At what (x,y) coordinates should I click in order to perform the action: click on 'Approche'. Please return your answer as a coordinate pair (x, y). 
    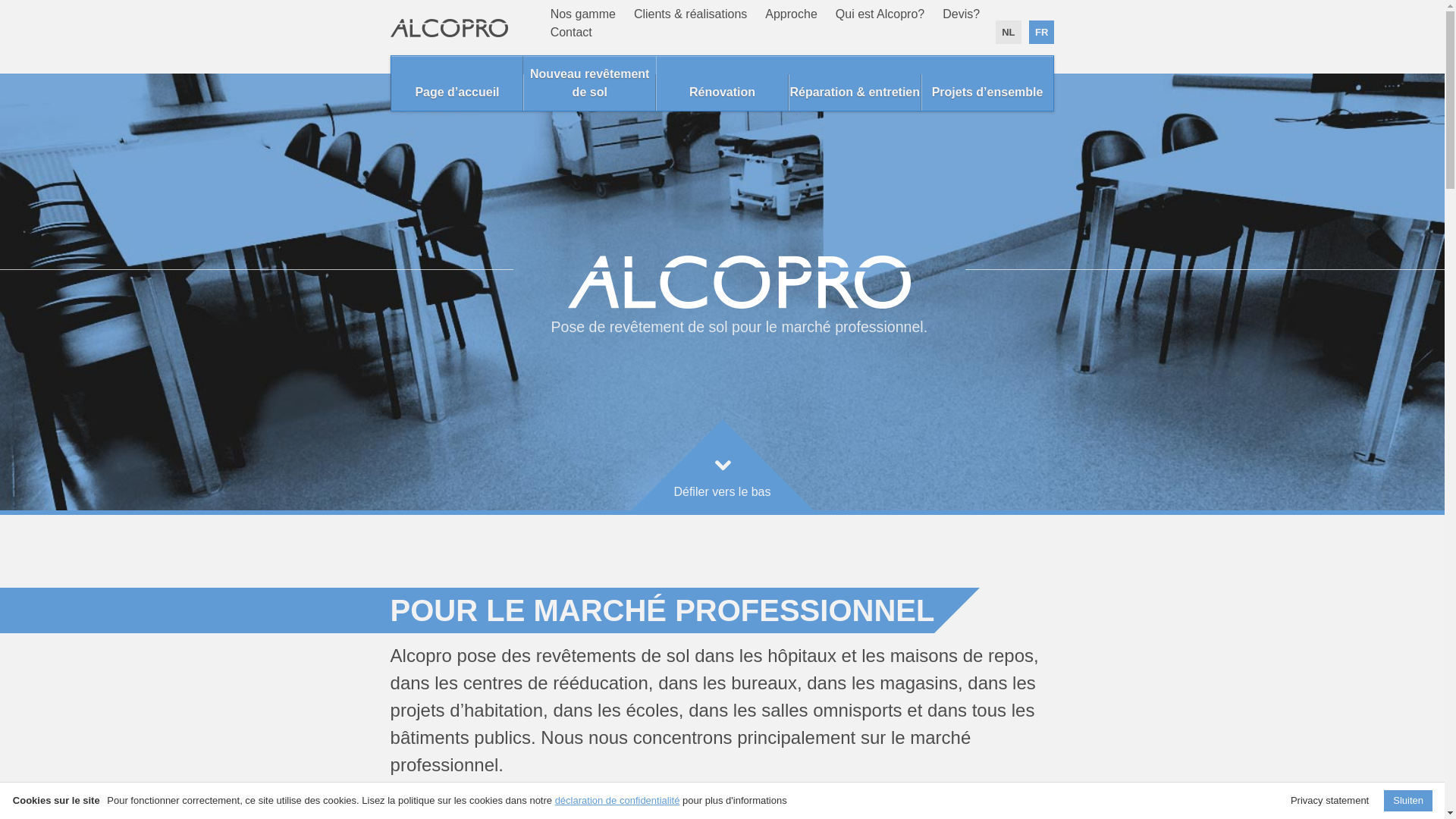
    Looking at the image, I should click on (790, 14).